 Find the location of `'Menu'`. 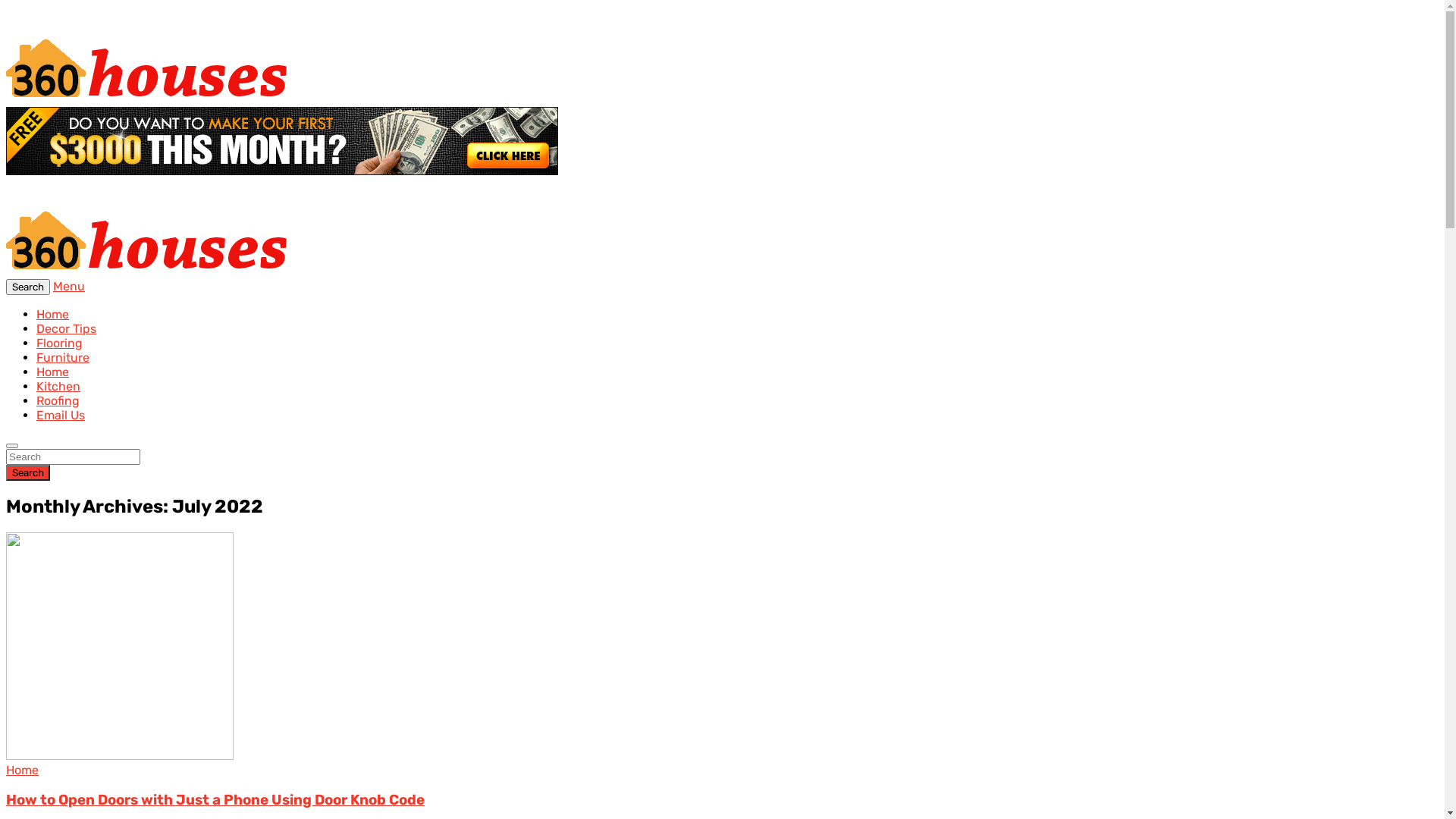

'Menu' is located at coordinates (68, 286).